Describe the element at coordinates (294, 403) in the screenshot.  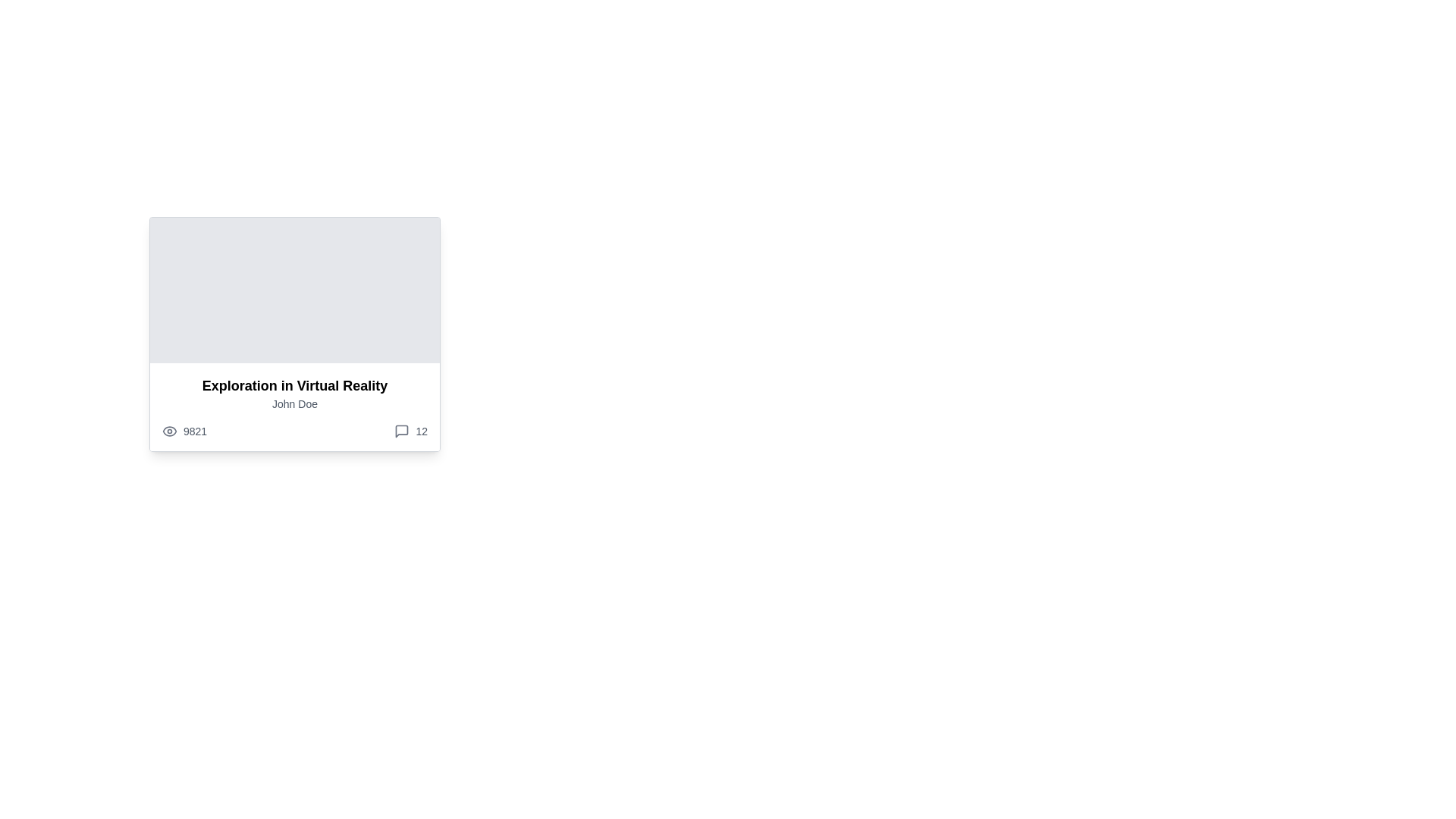
I see `the text label displaying 'John Doe', which is styled in gray and positioned below the title 'Exploration in Virtual Reality'` at that location.